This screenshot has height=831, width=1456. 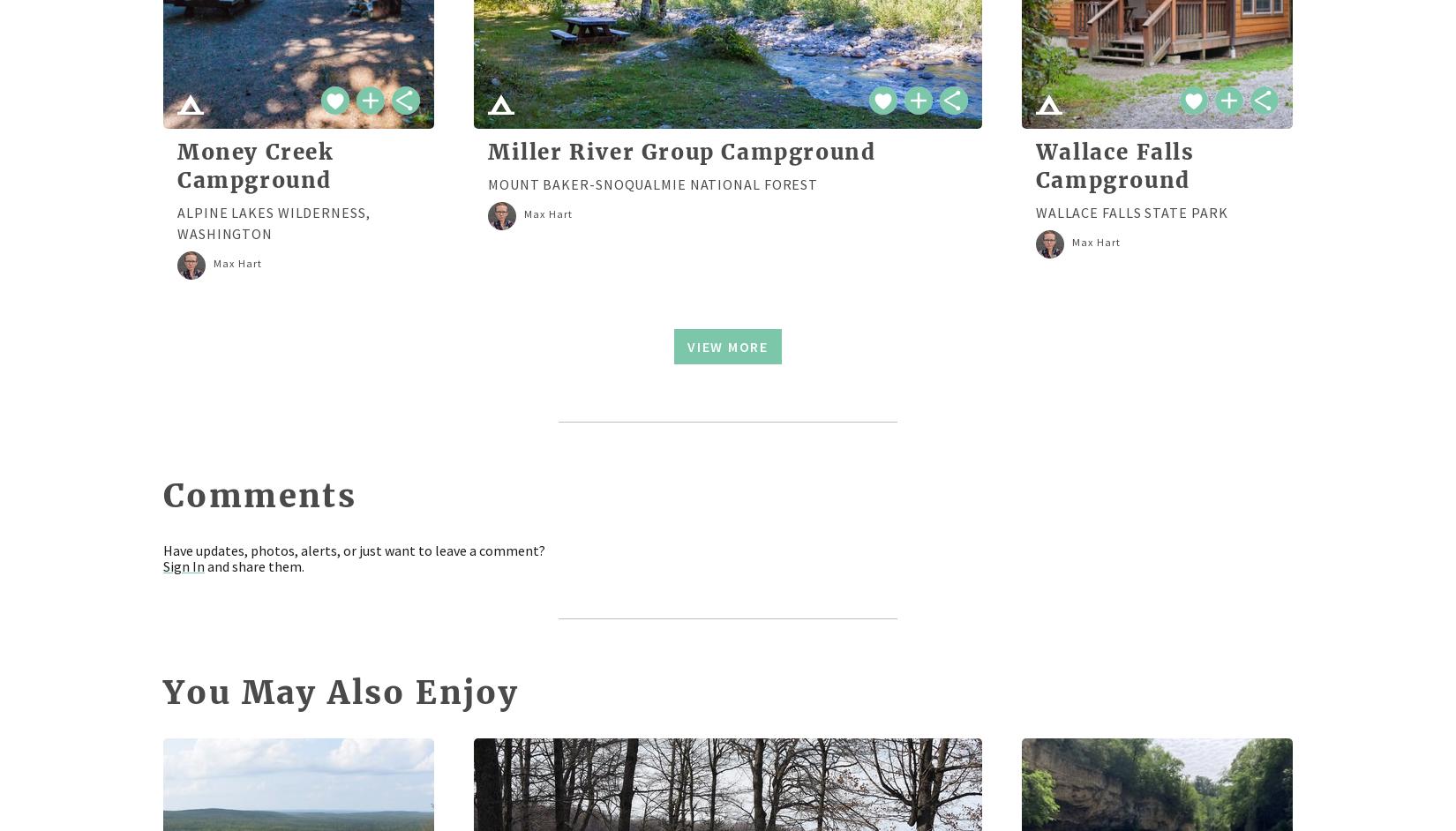 I want to click on 'Wallace Falls State Park', so click(x=1130, y=211).